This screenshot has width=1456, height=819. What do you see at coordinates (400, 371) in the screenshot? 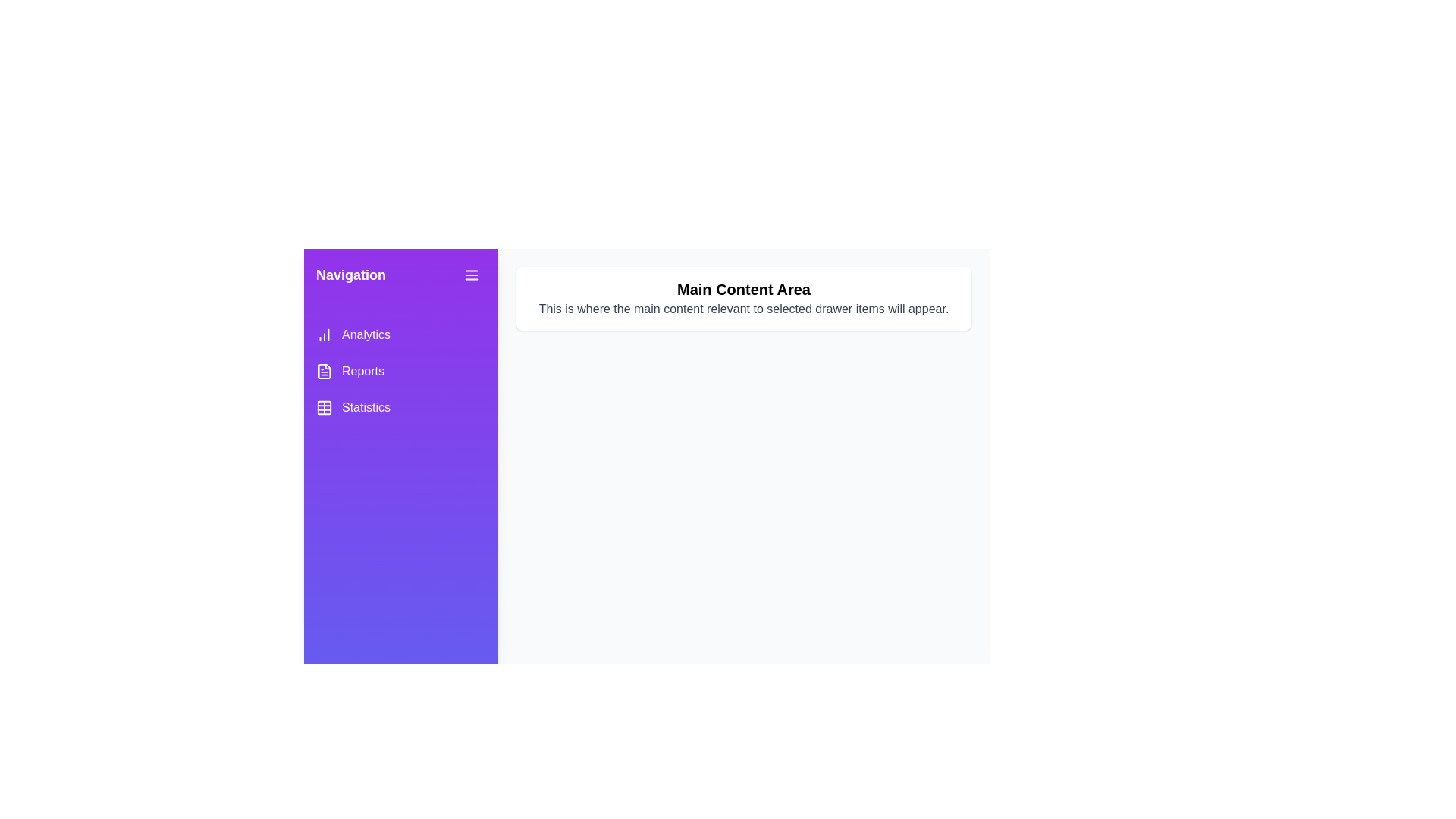
I see `the 'Reports' menu item to navigate to the 'Reports' section` at bounding box center [400, 371].